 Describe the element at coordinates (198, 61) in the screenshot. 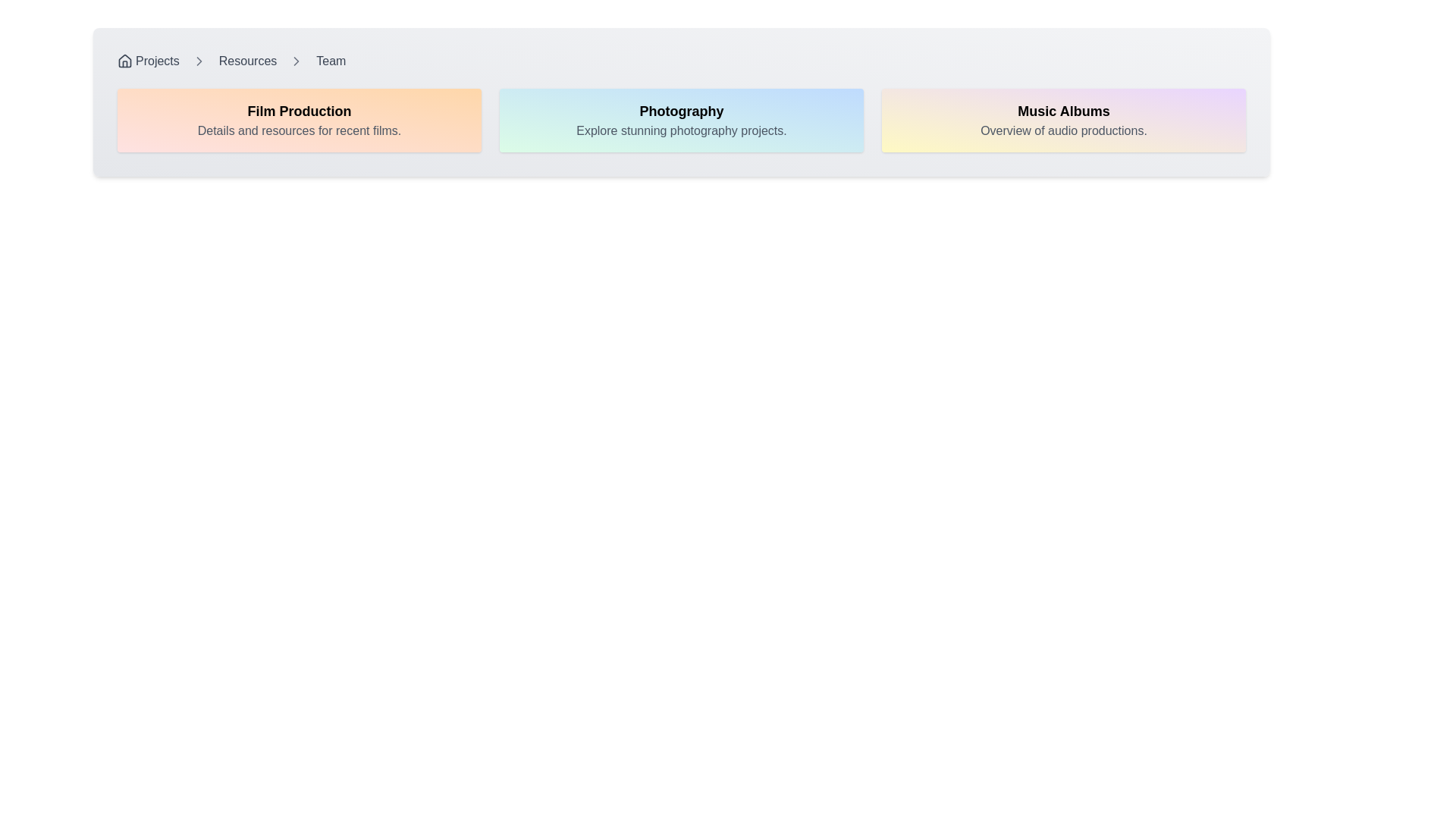

I see `the first chevron icon in the breadcrumb navigation that signifies the hierarchical relationship between 'Projects' and 'Resources'` at that location.